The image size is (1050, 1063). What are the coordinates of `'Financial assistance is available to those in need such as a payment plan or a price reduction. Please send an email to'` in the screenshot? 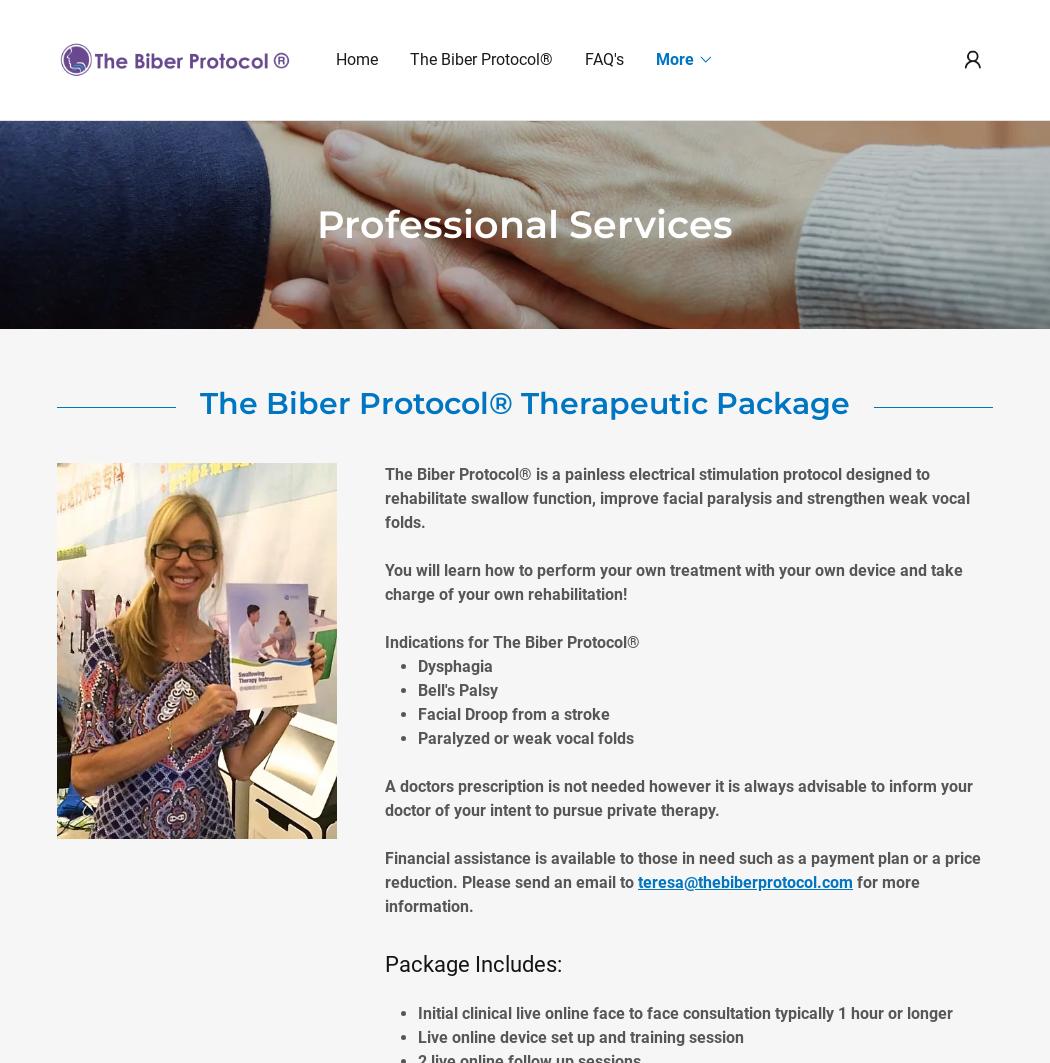 It's located at (683, 868).